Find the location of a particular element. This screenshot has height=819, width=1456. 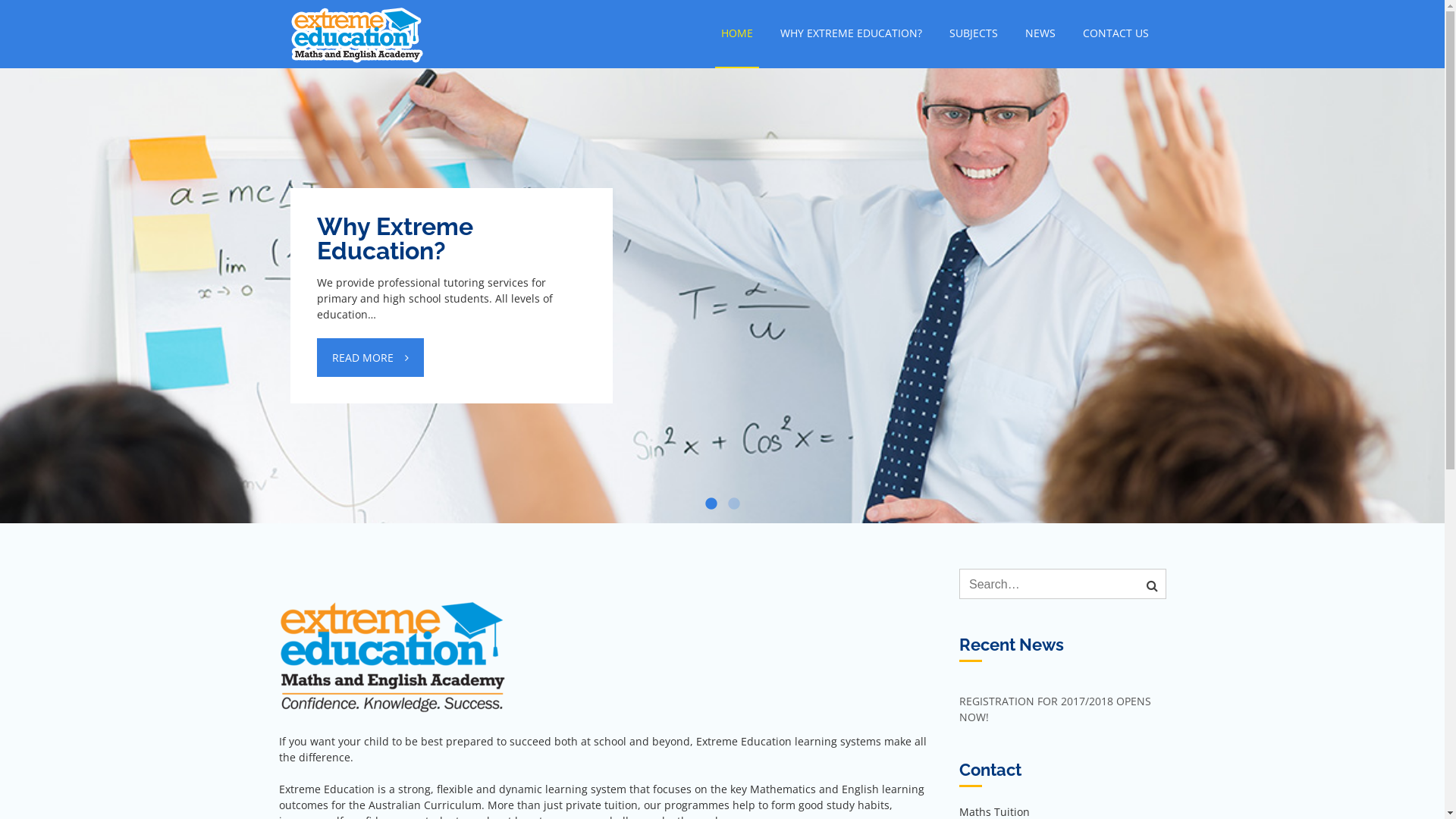

'NEWS' is located at coordinates (1040, 33).